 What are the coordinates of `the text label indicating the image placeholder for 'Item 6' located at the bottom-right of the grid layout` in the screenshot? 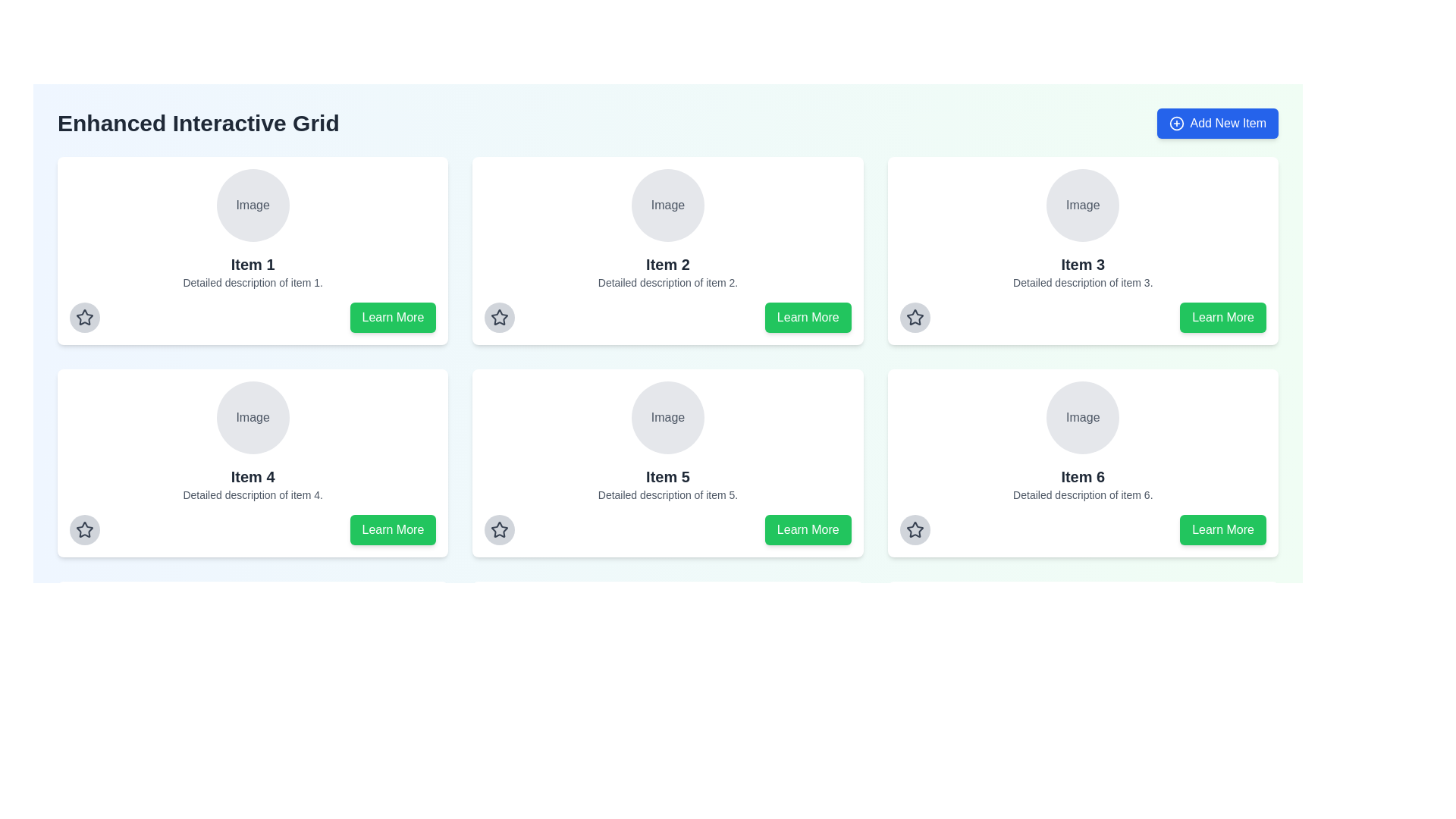 It's located at (1082, 418).